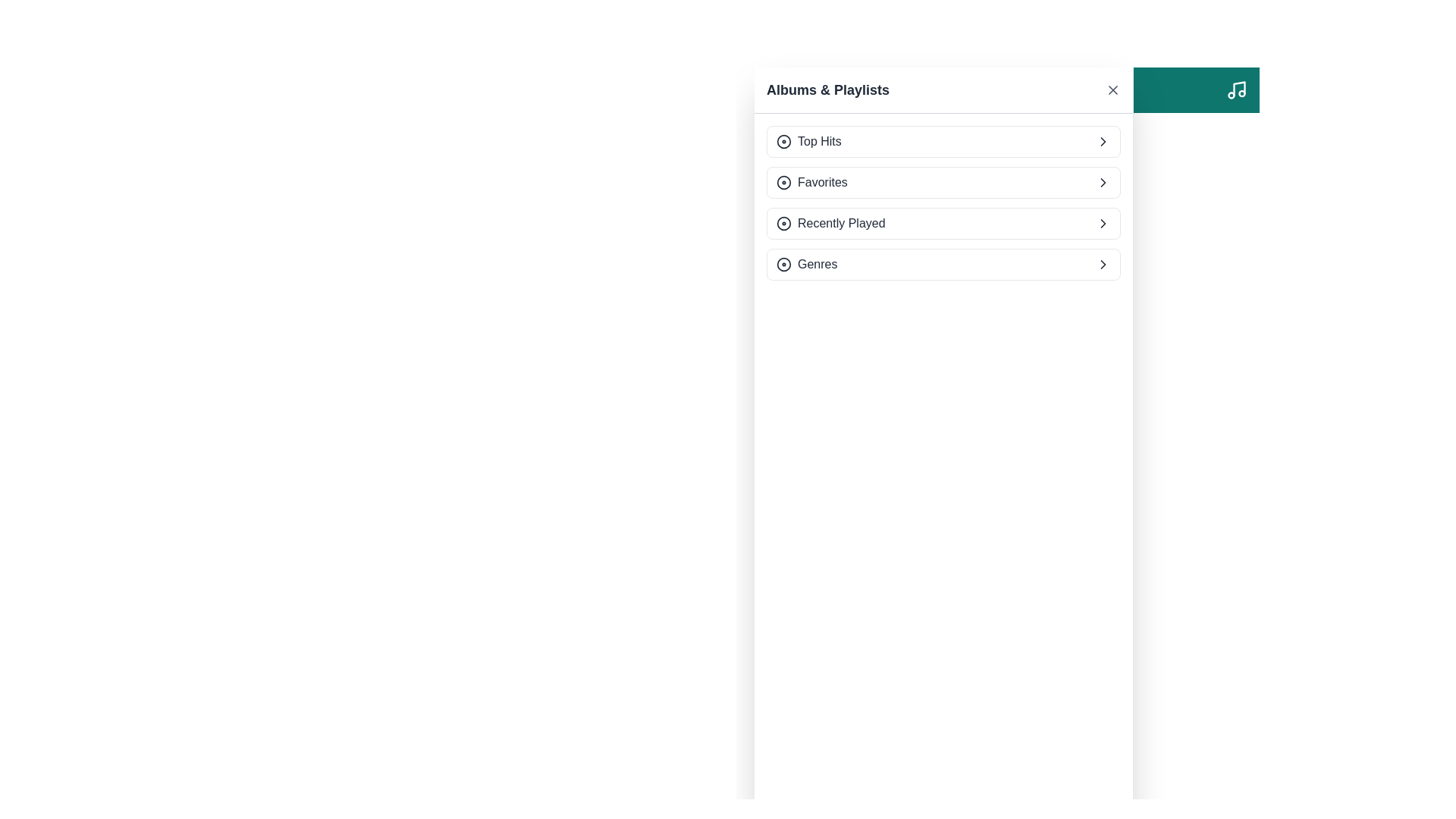  Describe the element at coordinates (1103, 263) in the screenshot. I see `the fourth right-chevron icon in the vertical list aligned with the 'Genres' label` at that location.